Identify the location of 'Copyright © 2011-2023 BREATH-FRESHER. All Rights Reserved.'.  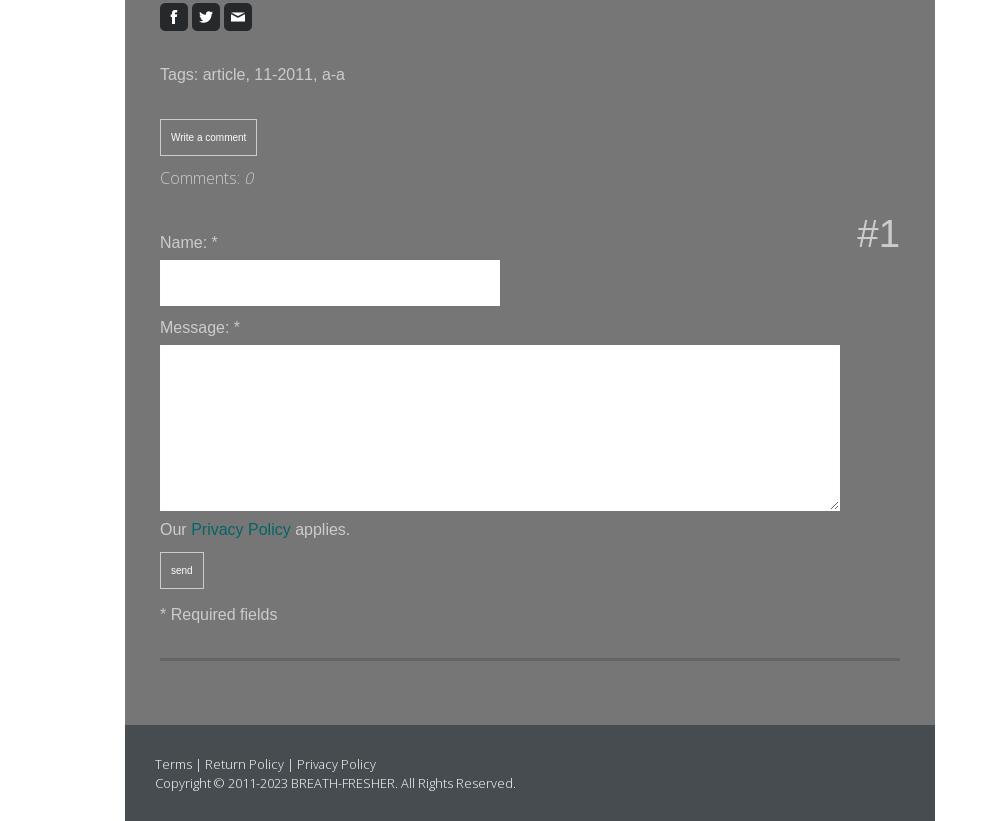
(334, 782).